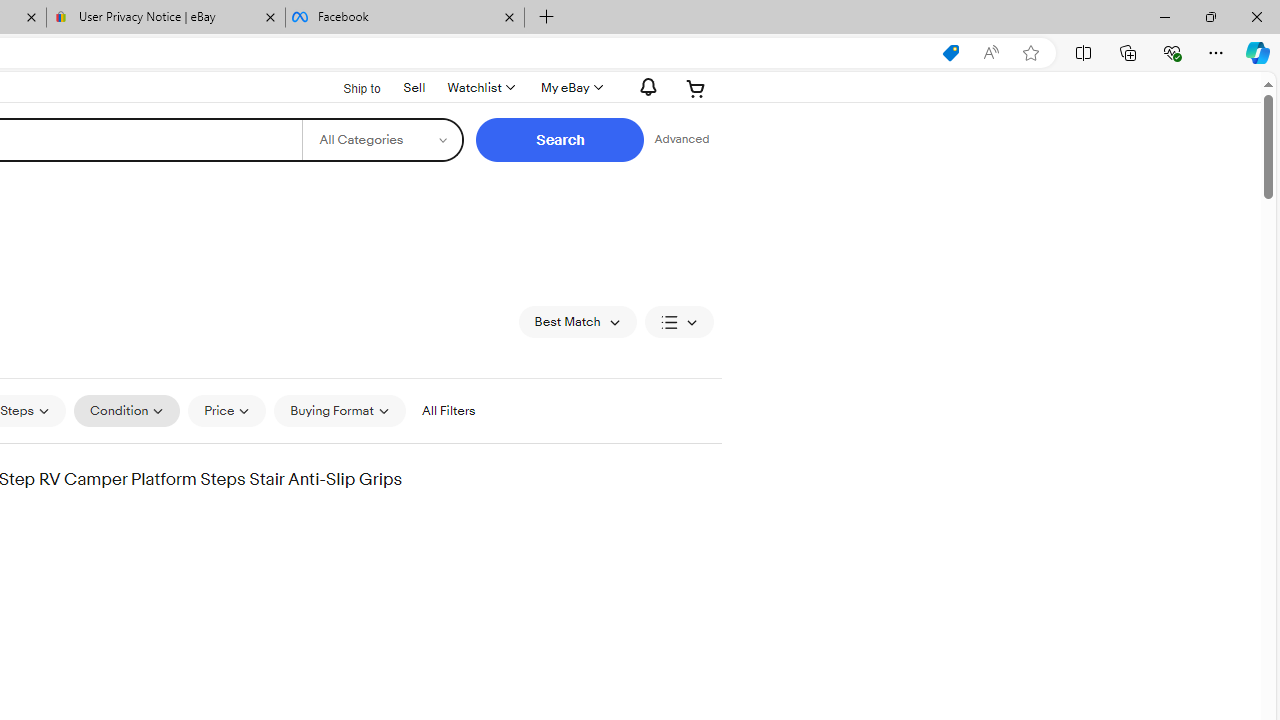 The image size is (1280, 720). I want to click on 'AutomationID: gh-eb-Alerts', so click(645, 86).